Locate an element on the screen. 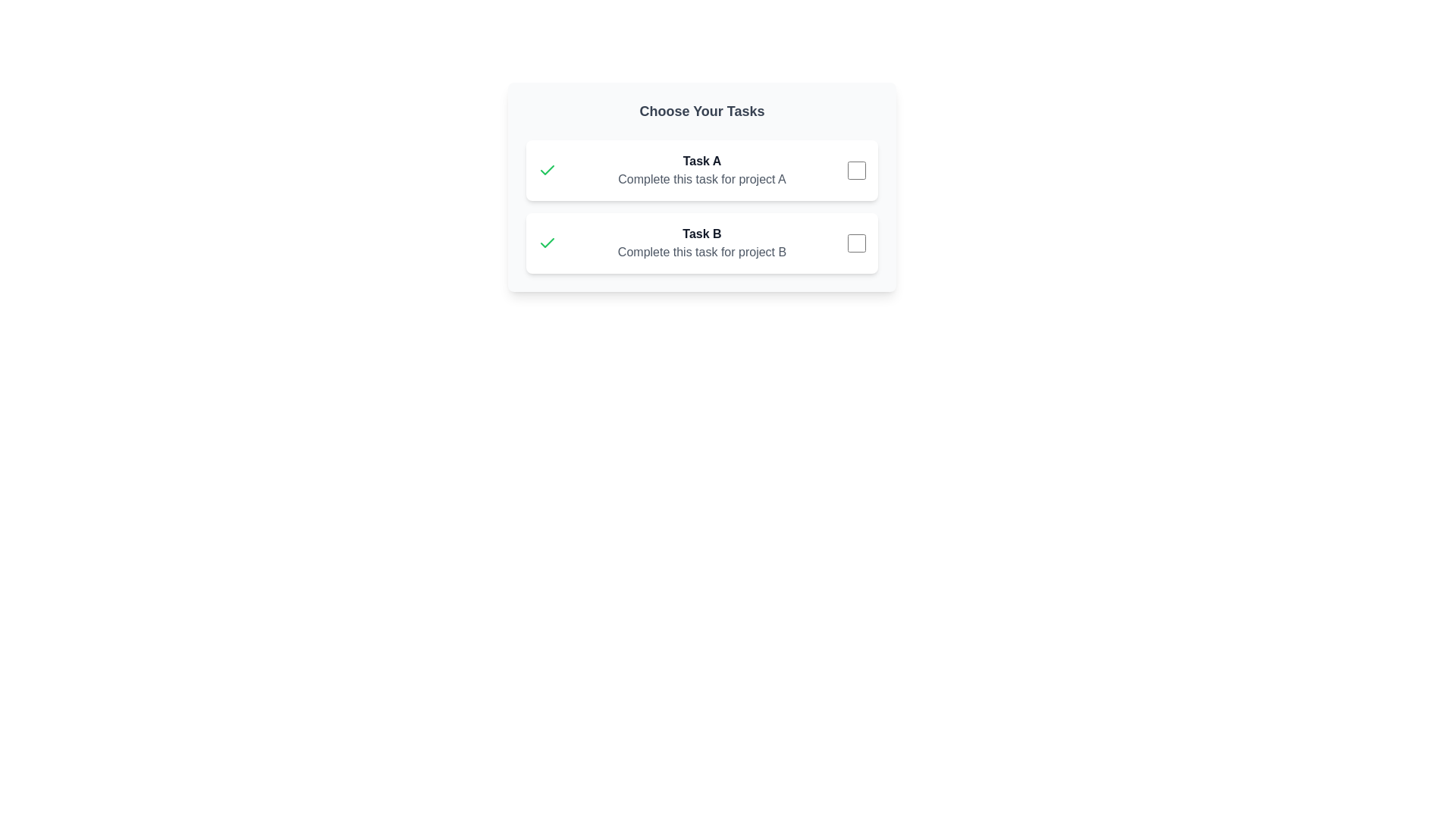 The width and height of the screenshot is (1456, 819). the text label displaying the title and description of 'Task A' assigned to 'project A', located in the upper section of the task card, positioned to the right of the green tick icon and to the left of a checkbox is located at coordinates (701, 170).